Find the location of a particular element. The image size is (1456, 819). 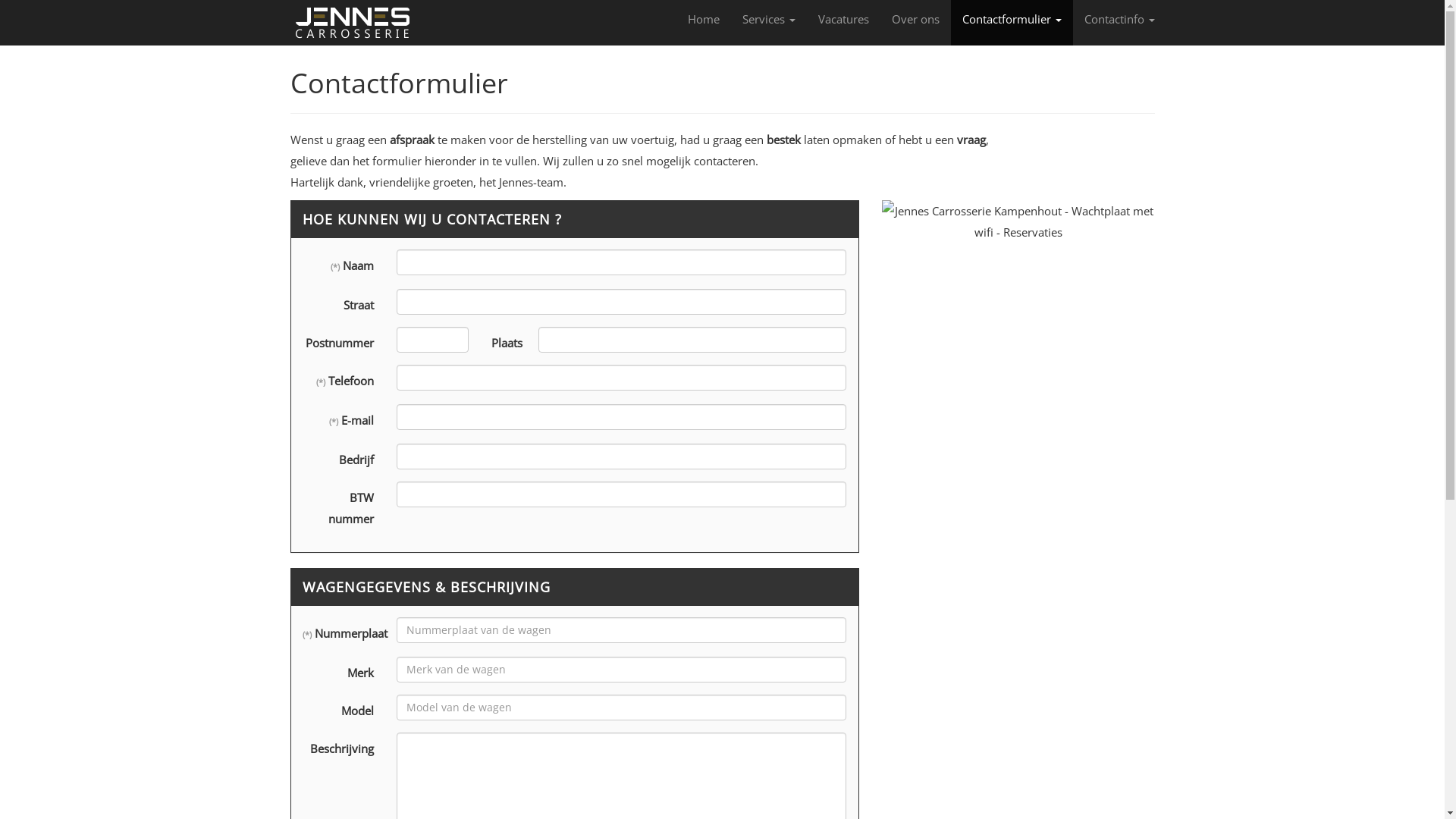

'Vacatures' is located at coordinates (843, 18).